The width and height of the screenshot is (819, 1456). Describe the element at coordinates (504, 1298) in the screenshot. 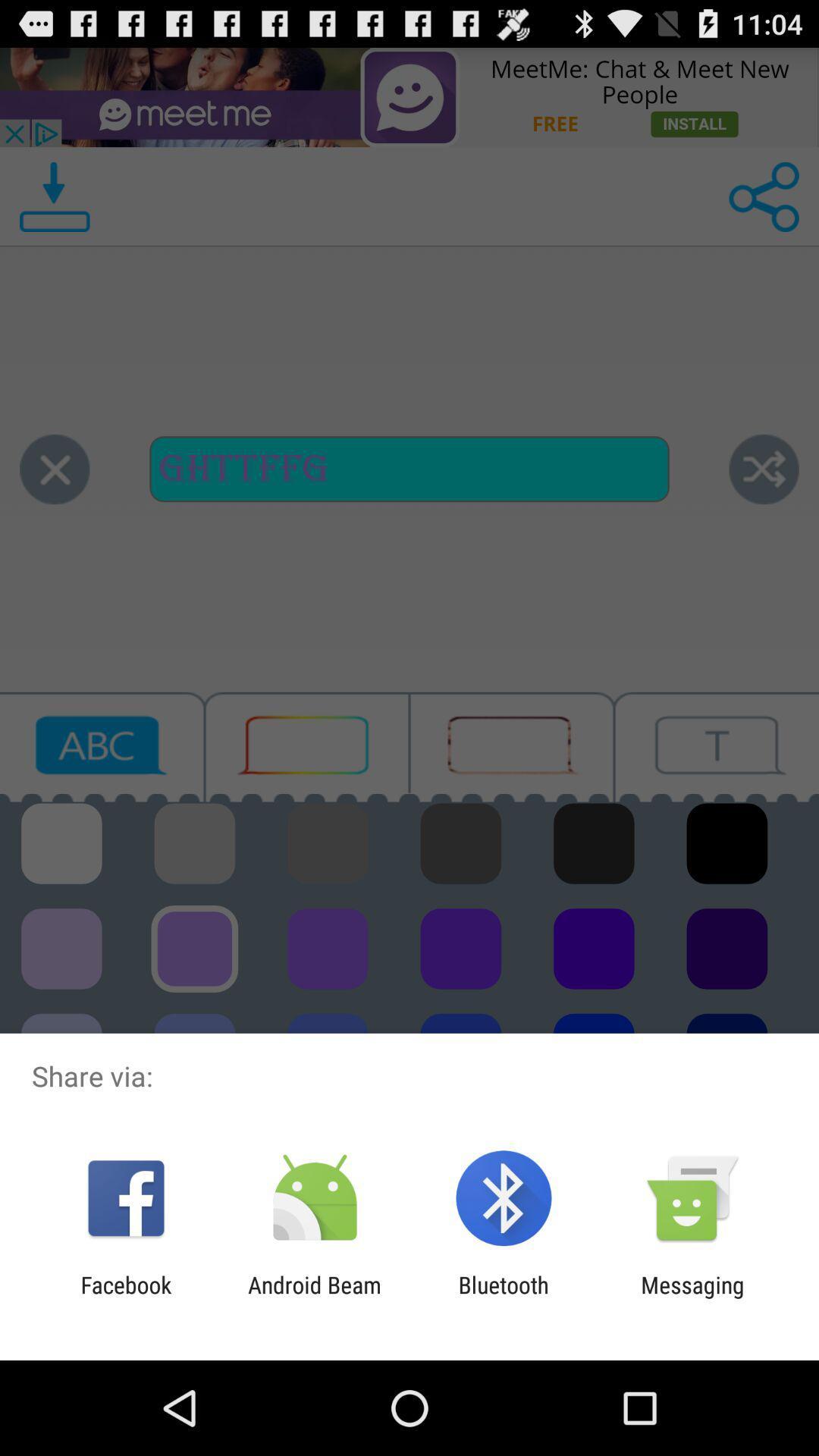

I see `the app next to the messaging item` at that location.